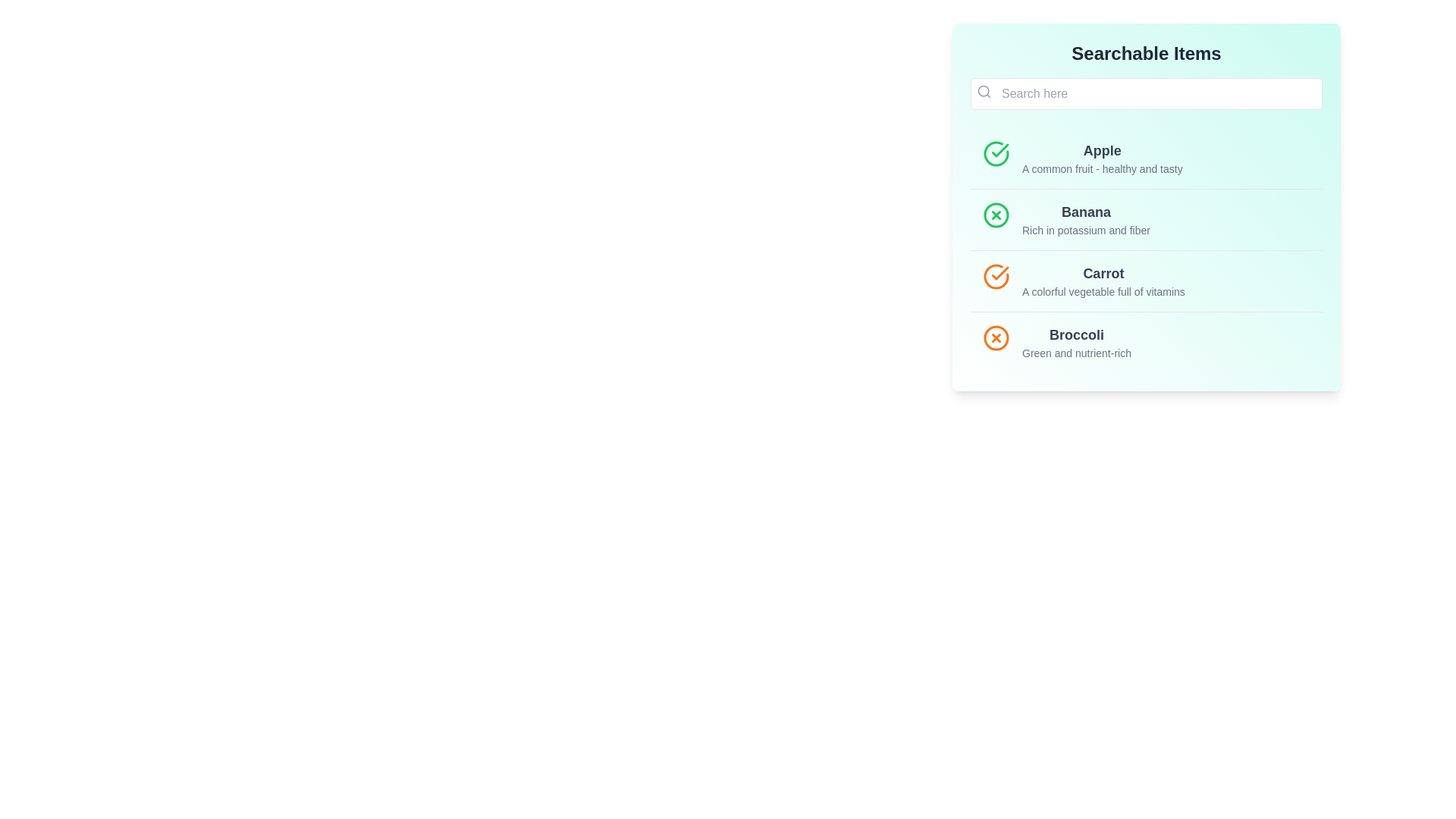  Describe the element at coordinates (996, 337) in the screenshot. I see `the icon next to the Broccoli item` at that location.